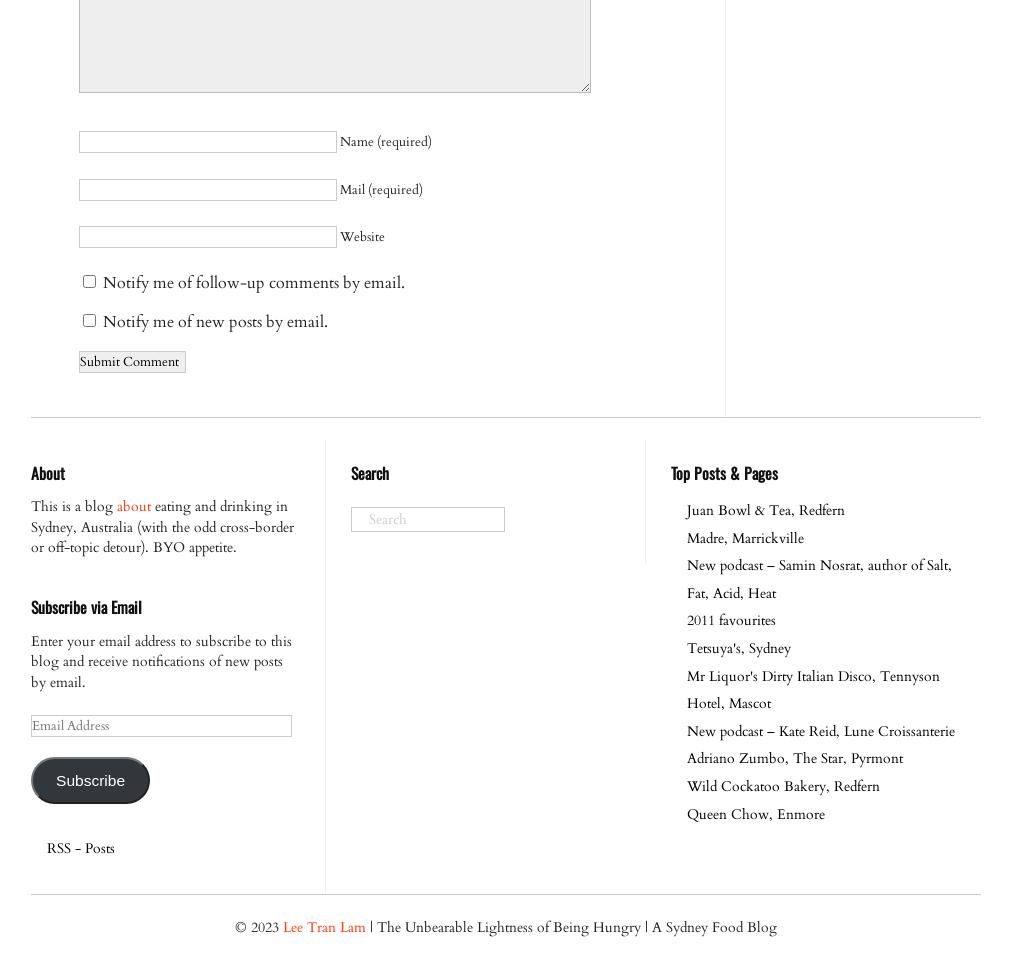 Image resolution: width=1013 pixels, height=970 pixels. What do you see at coordinates (214, 320) in the screenshot?
I see `'Notify me of new posts by email.'` at bounding box center [214, 320].